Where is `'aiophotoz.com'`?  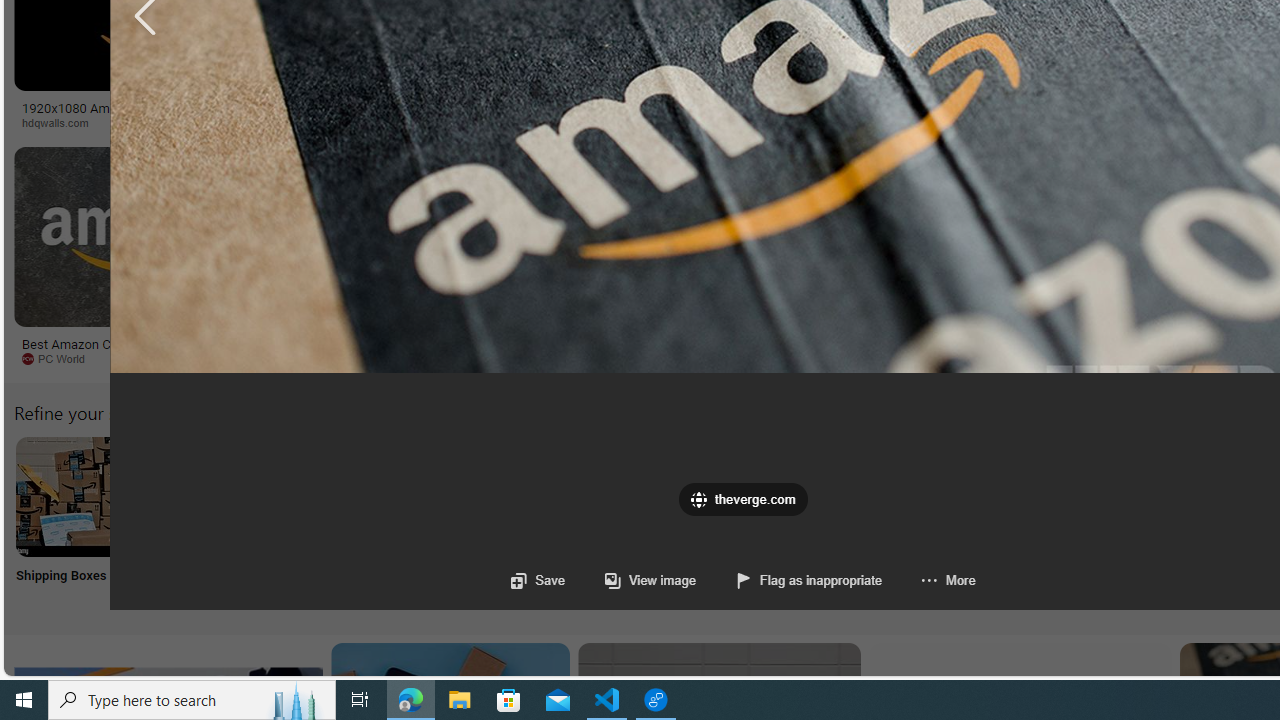
'aiophotoz.com' is located at coordinates (666, 358).